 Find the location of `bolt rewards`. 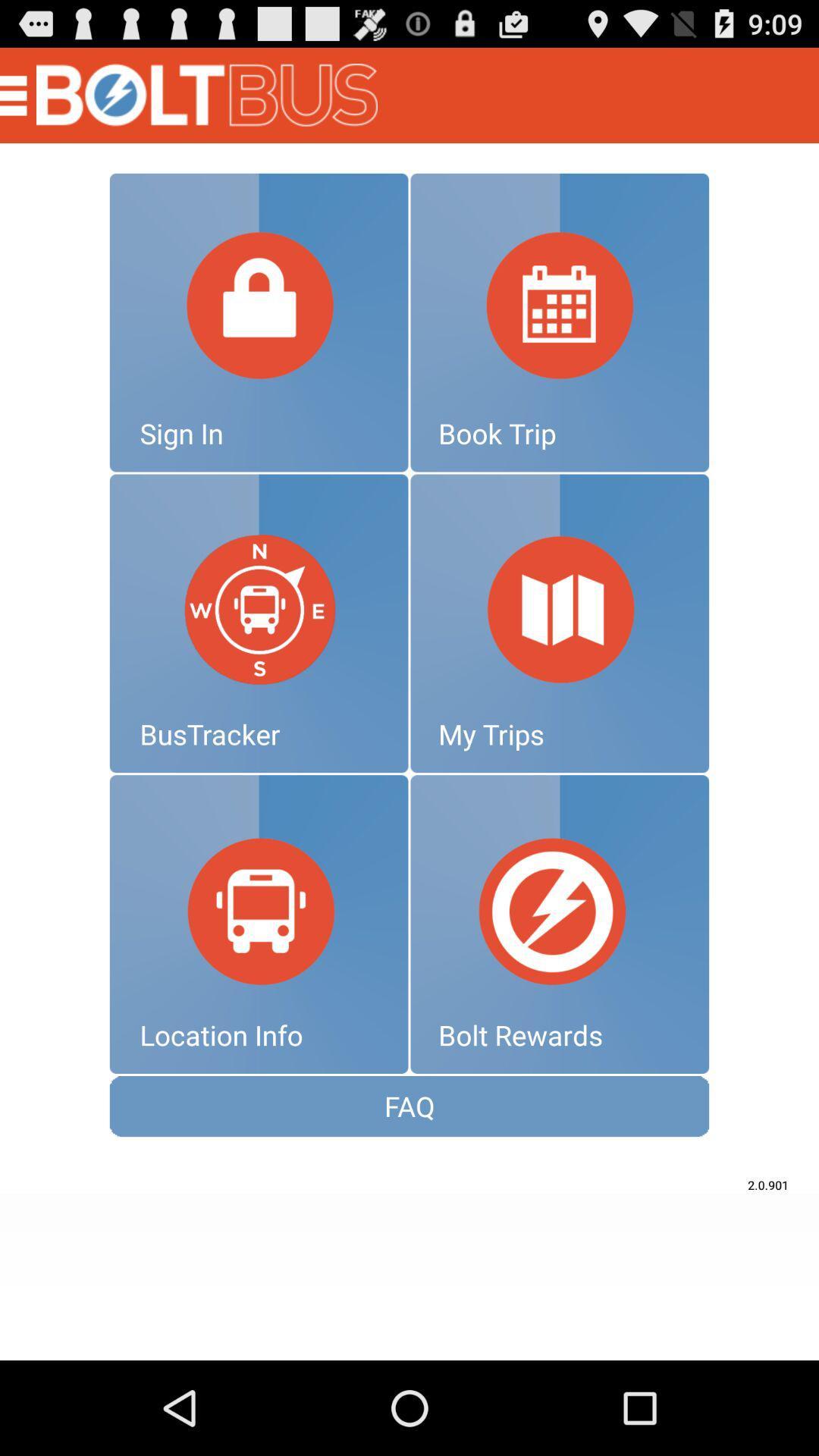

bolt rewards is located at coordinates (560, 924).